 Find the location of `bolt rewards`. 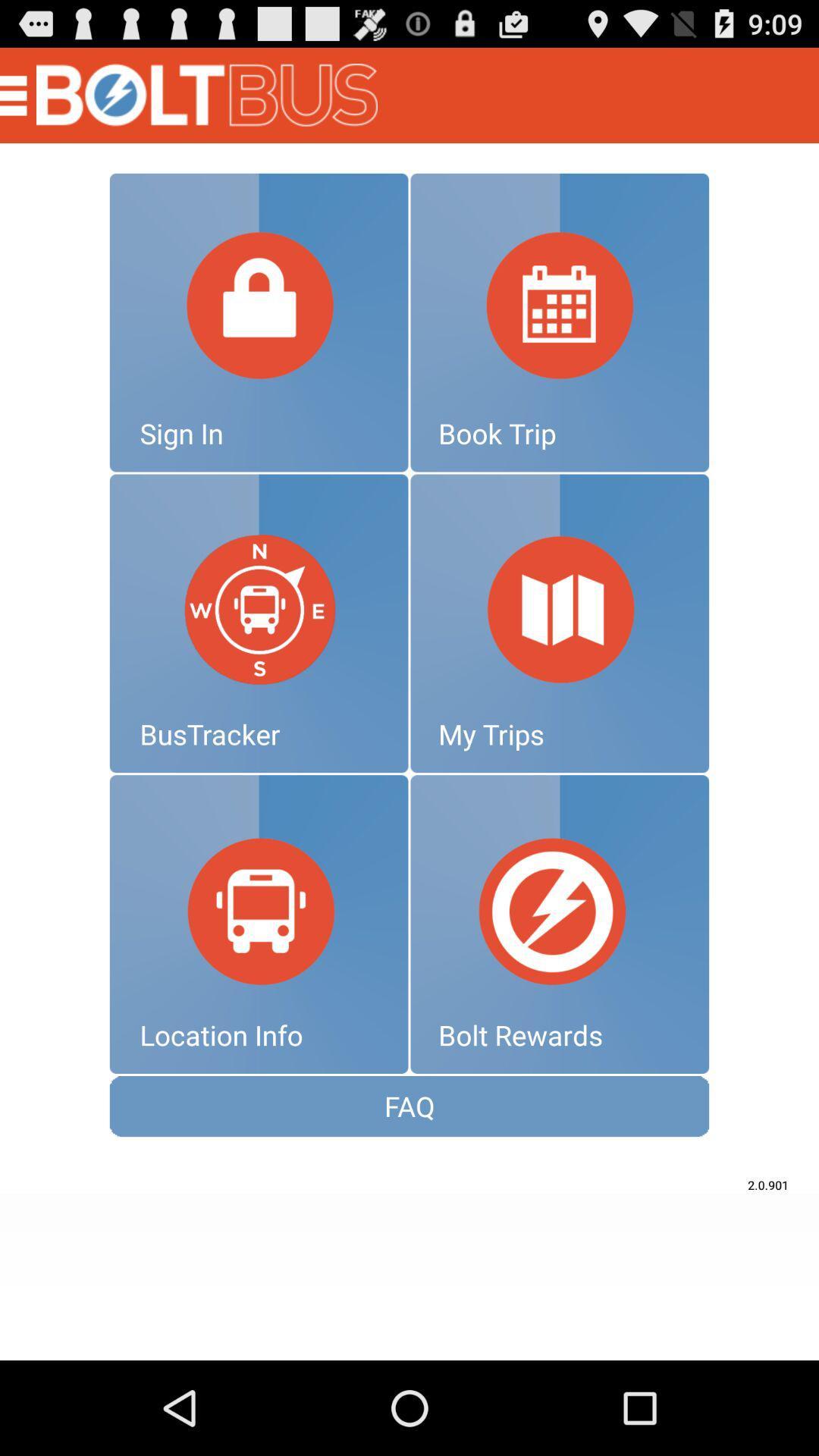

bolt rewards is located at coordinates (560, 924).